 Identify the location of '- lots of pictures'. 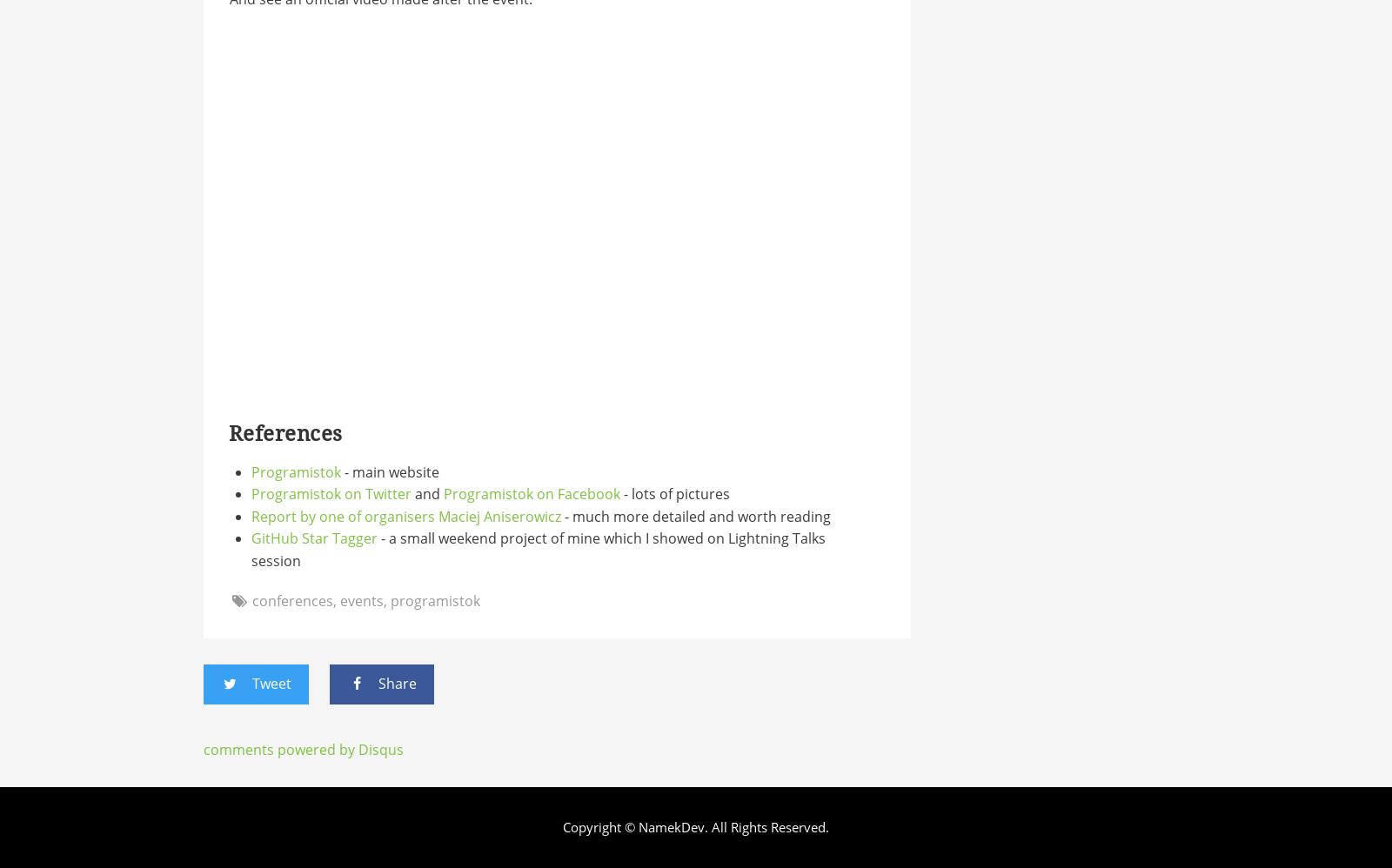
(674, 492).